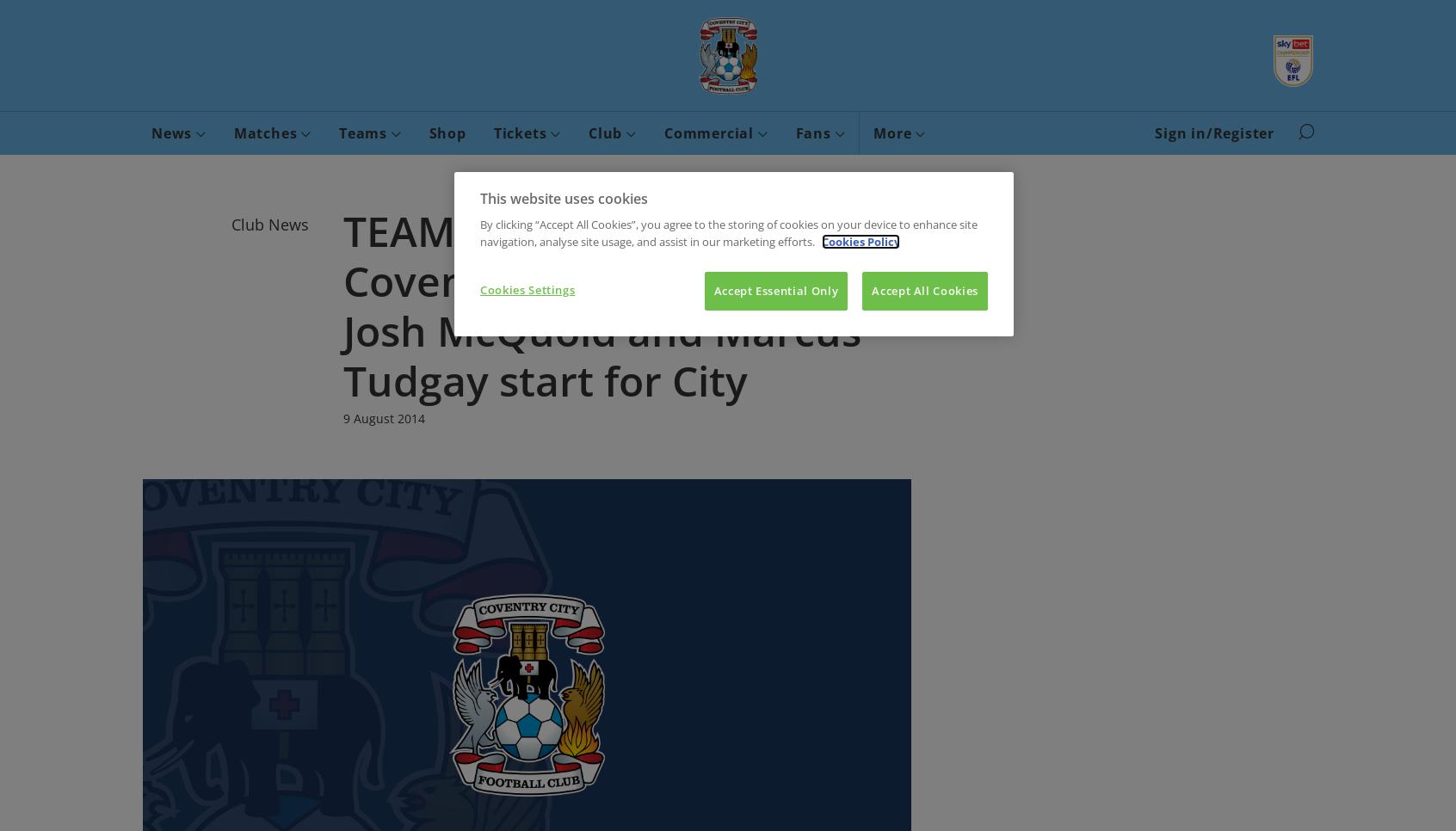  What do you see at coordinates (621, 305) in the screenshot?
I see `'TEAM NEWS: Bradford City v Coventry City - Ryan Allsop, Josh McQuoid and Marcus Tudgay start for City'` at bounding box center [621, 305].